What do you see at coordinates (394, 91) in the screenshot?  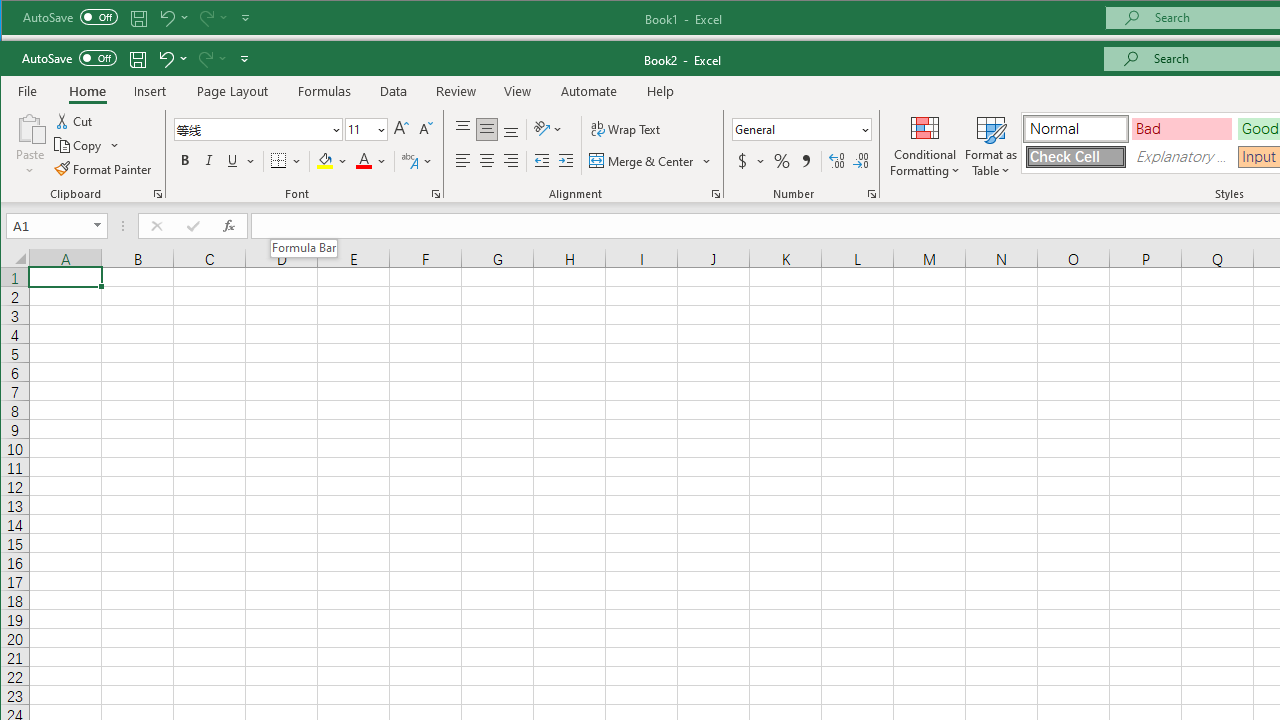 I see `'Data'` at bounding box center [394, 91].